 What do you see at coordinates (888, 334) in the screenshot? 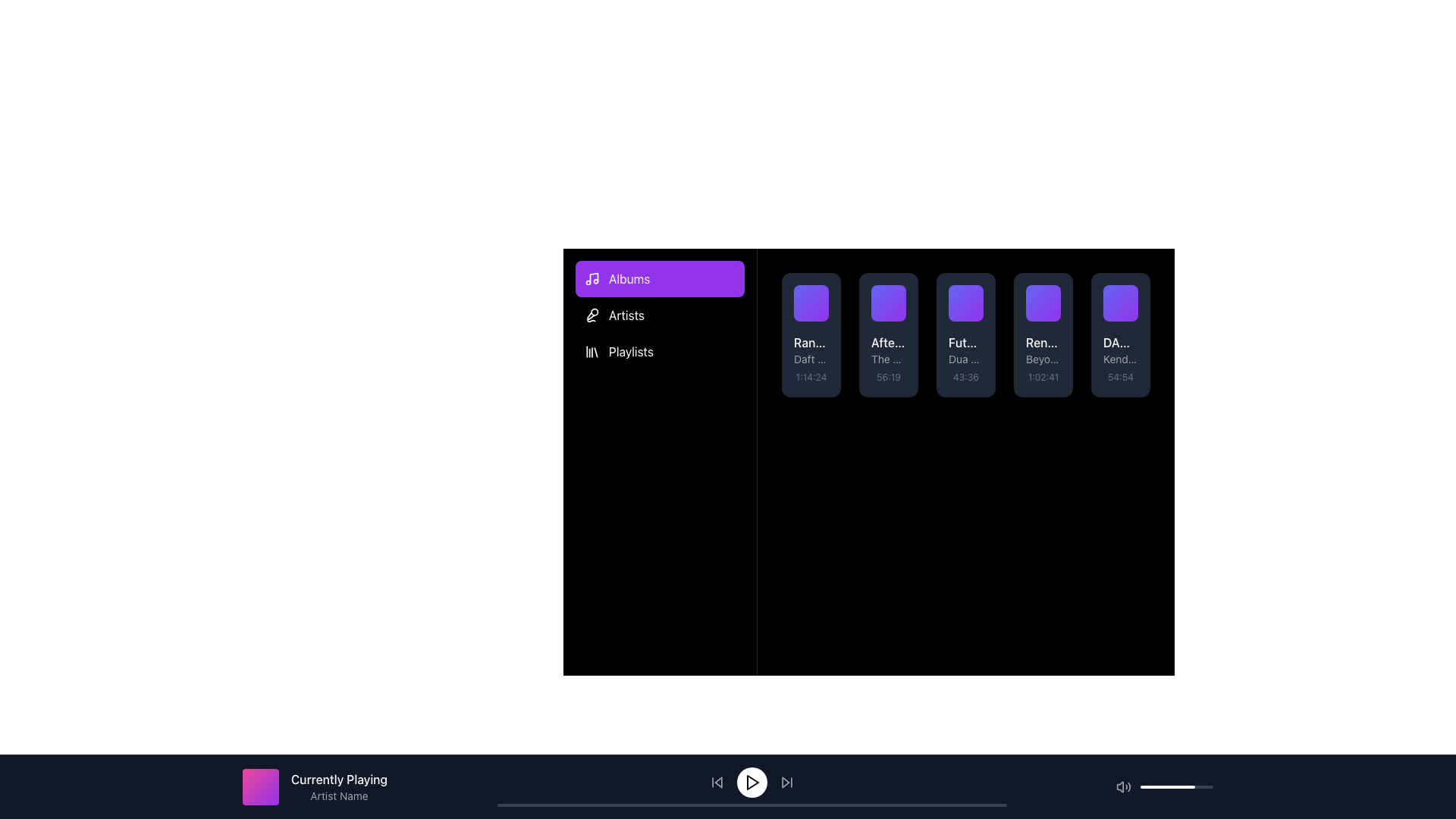
I see `the selectable card with a dark gray background featuring a purple gradient square at the top, titled 'After Hours' by 'The Weeknd'` at bounding box center [888, 334].